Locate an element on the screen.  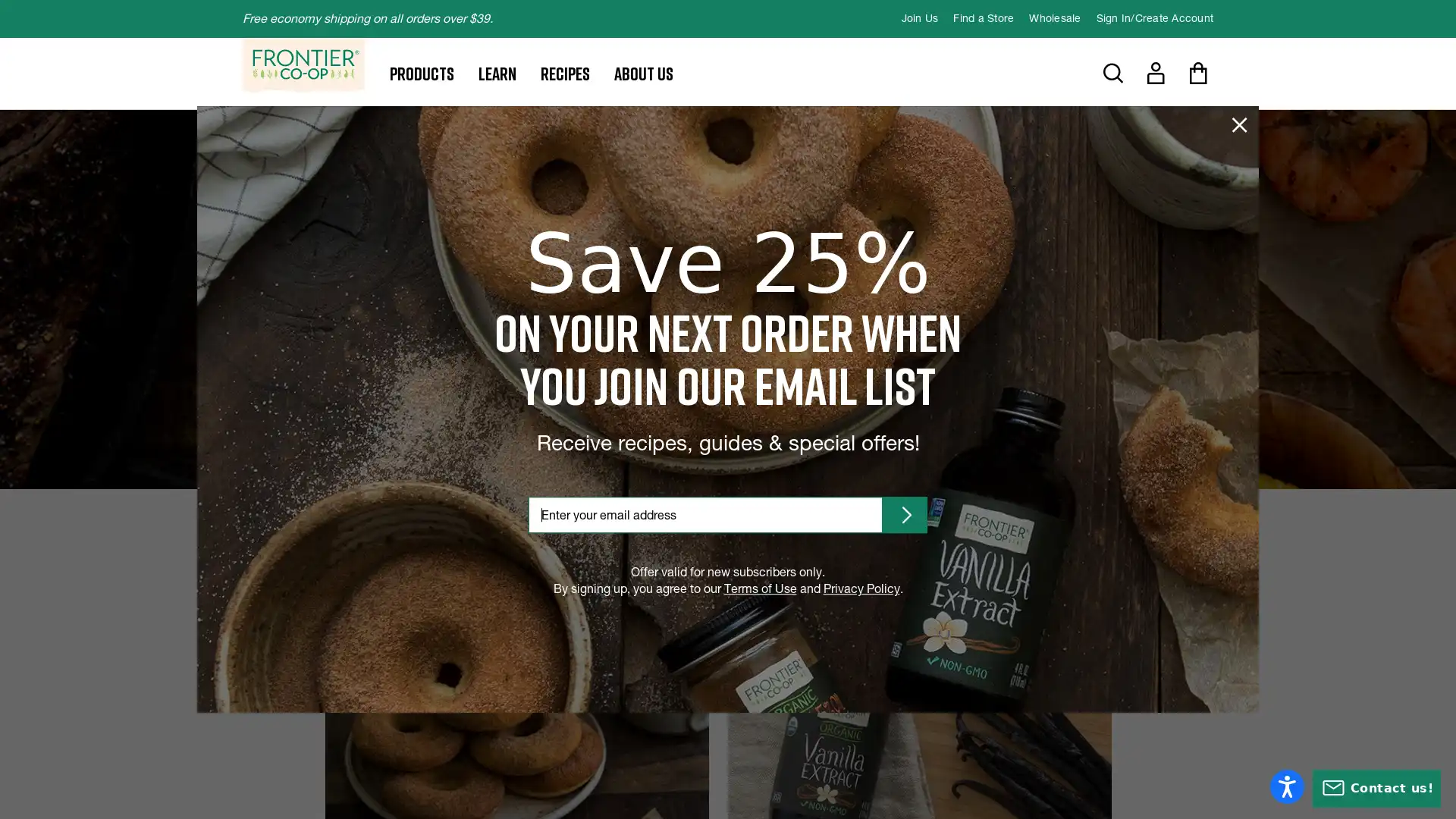
Recipes is located at coordinates (564, 73).